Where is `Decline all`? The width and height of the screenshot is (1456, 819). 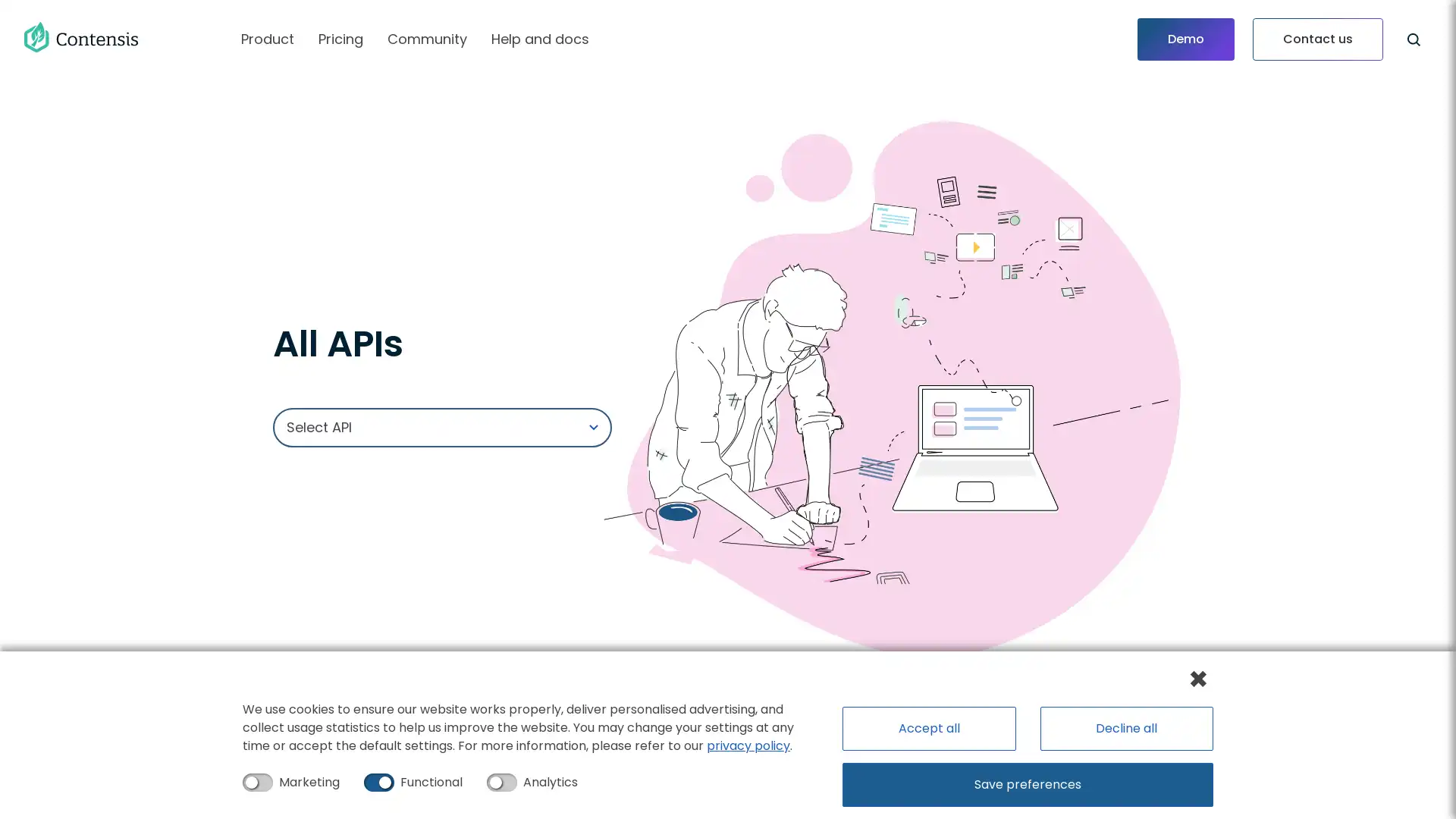 Decline all is located at coordinates (1125, 727).